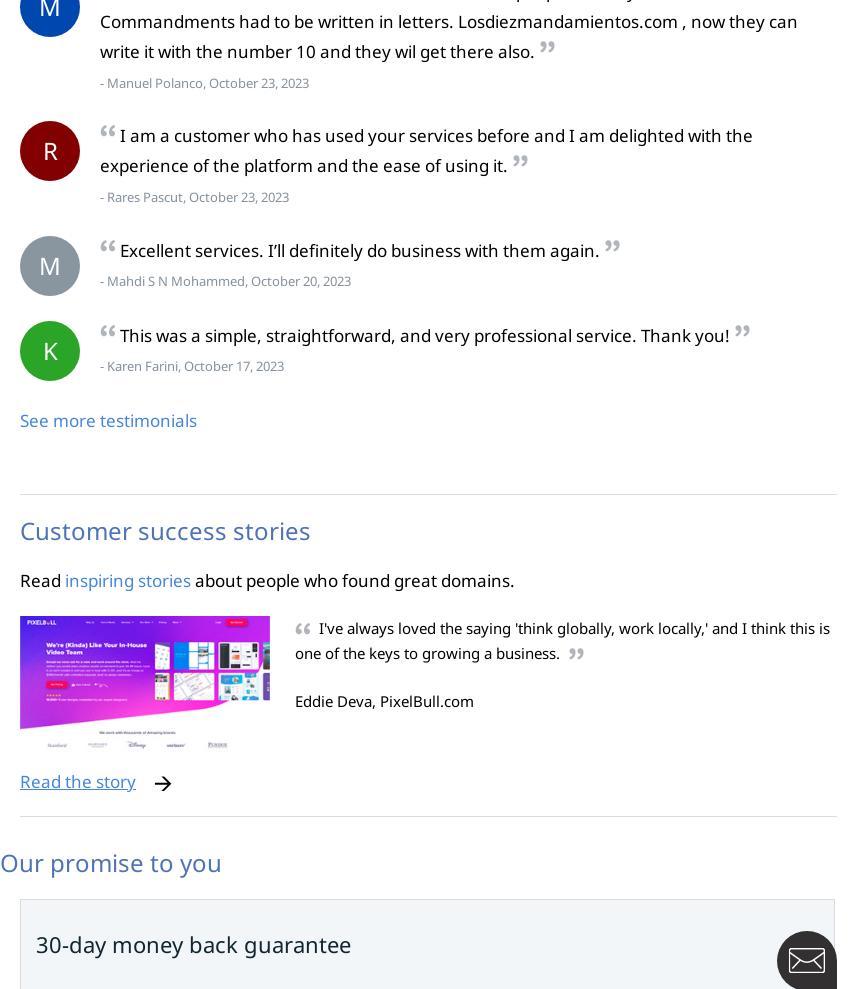 The height and width of the screenshot is (989, 857). I want to click on 'inspiring stories', so click(127, 578).